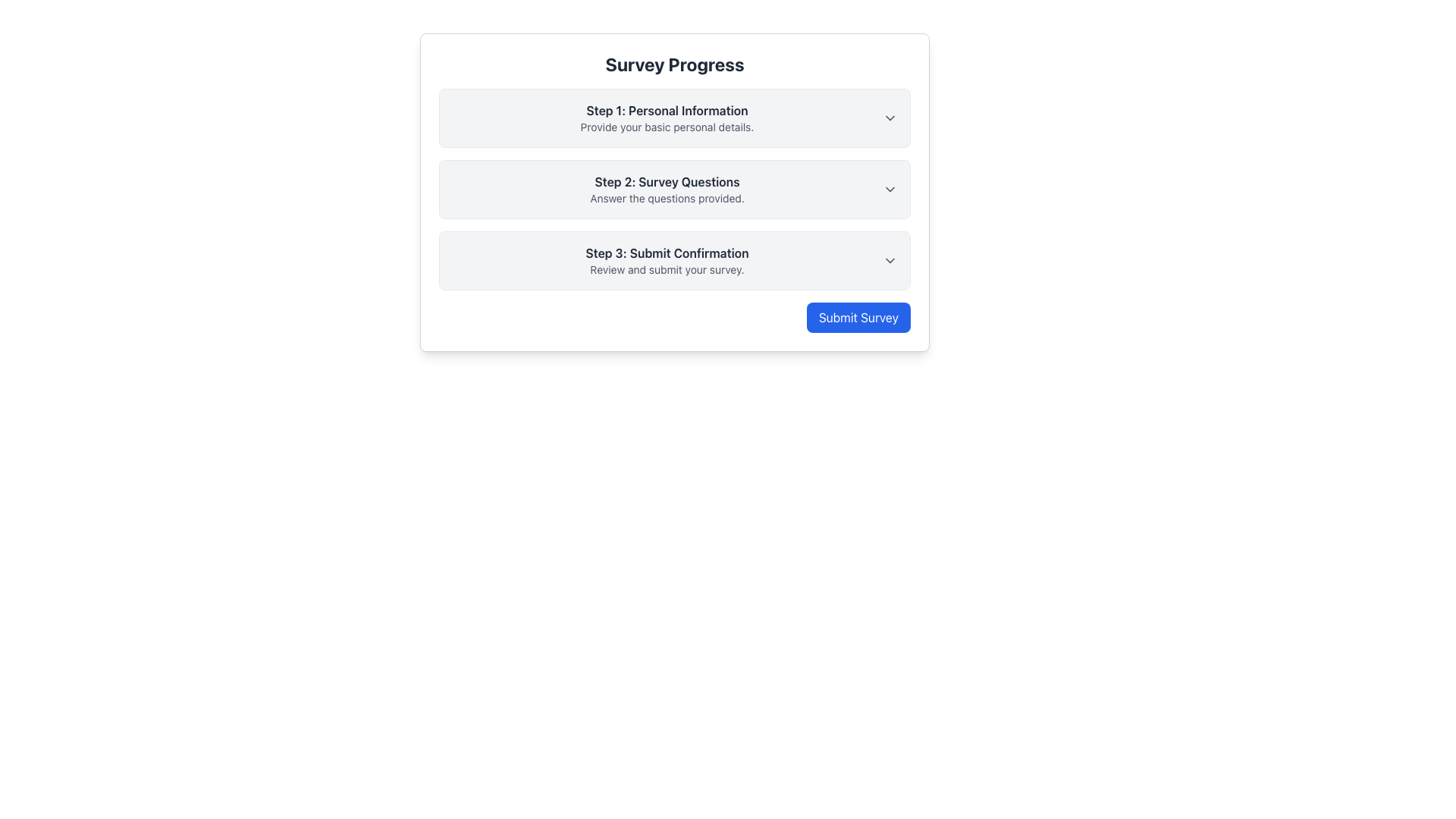 This screenshot has width=1456, height=819. I want to click on the text element that says 'Review and submit your survey.' which is styled with a small gray font and positioned beneath the heading 'Step 3: Submit Confirmation', so click(667, 268).